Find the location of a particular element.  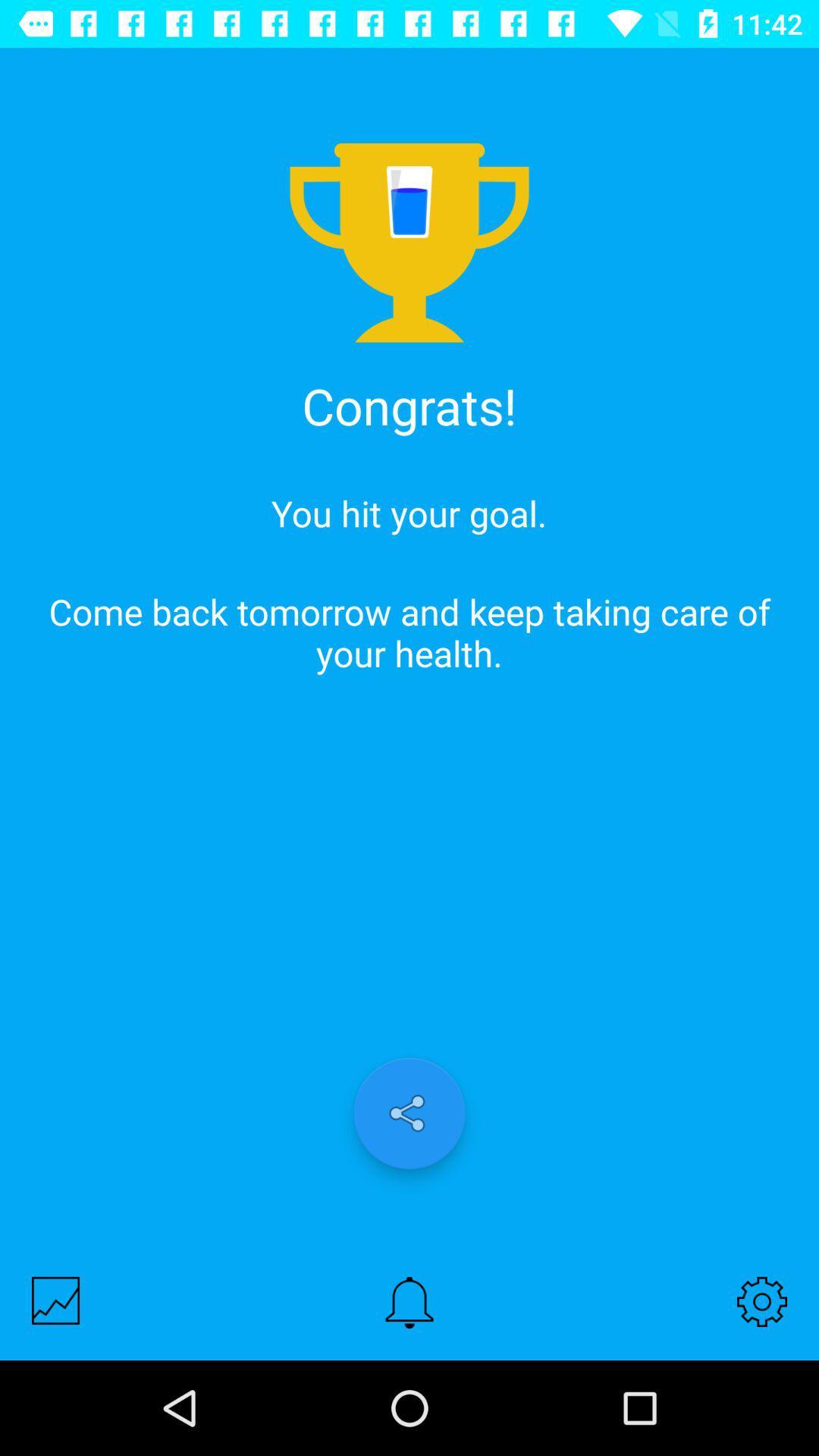

options button is located at coordinates (762, 1301).